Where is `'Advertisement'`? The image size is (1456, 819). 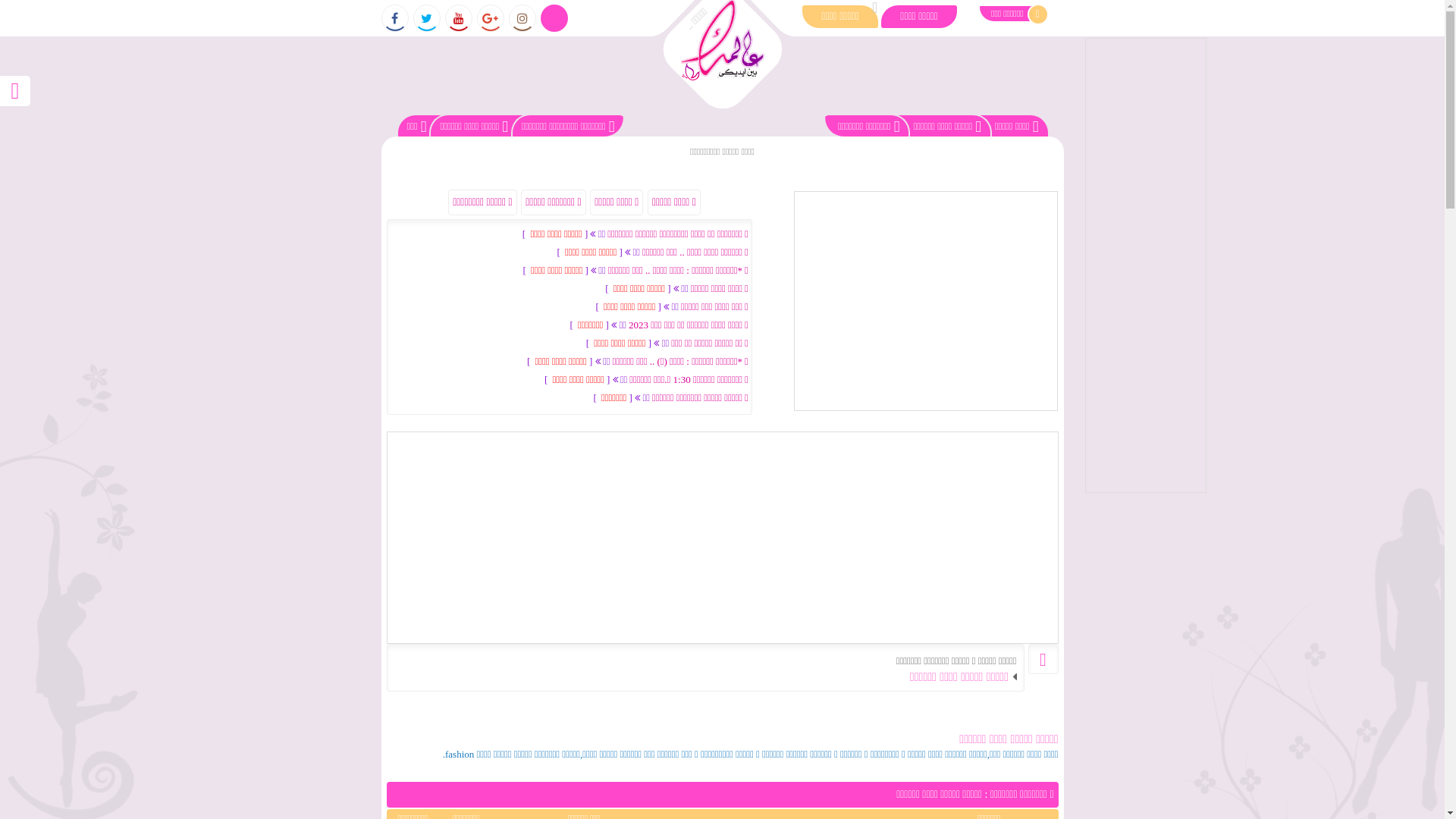 'Advertisement' is located at coordinates (924, 301).